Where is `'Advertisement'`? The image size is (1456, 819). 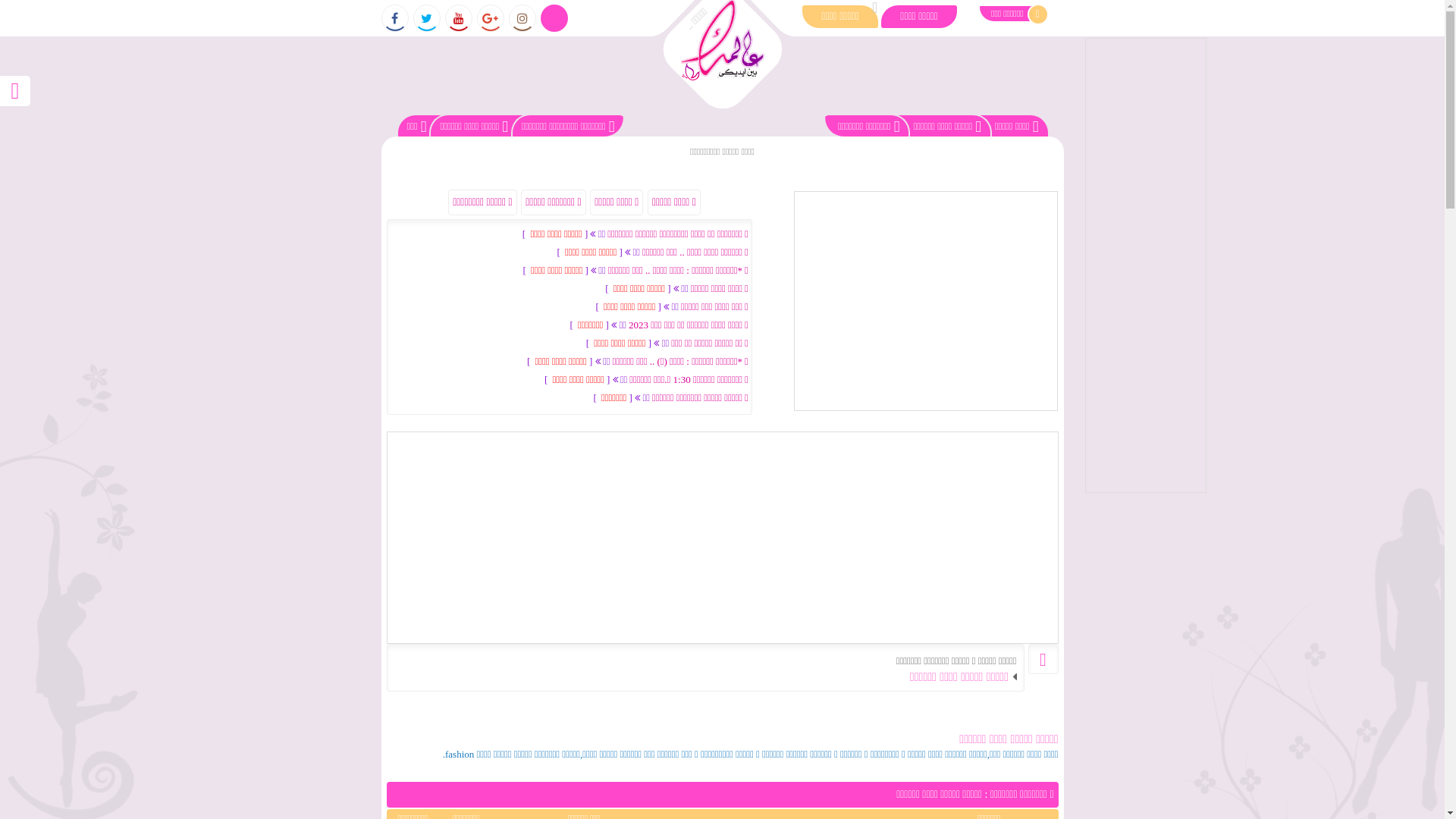 'Advertisement' is located at coordinates (924, 301).